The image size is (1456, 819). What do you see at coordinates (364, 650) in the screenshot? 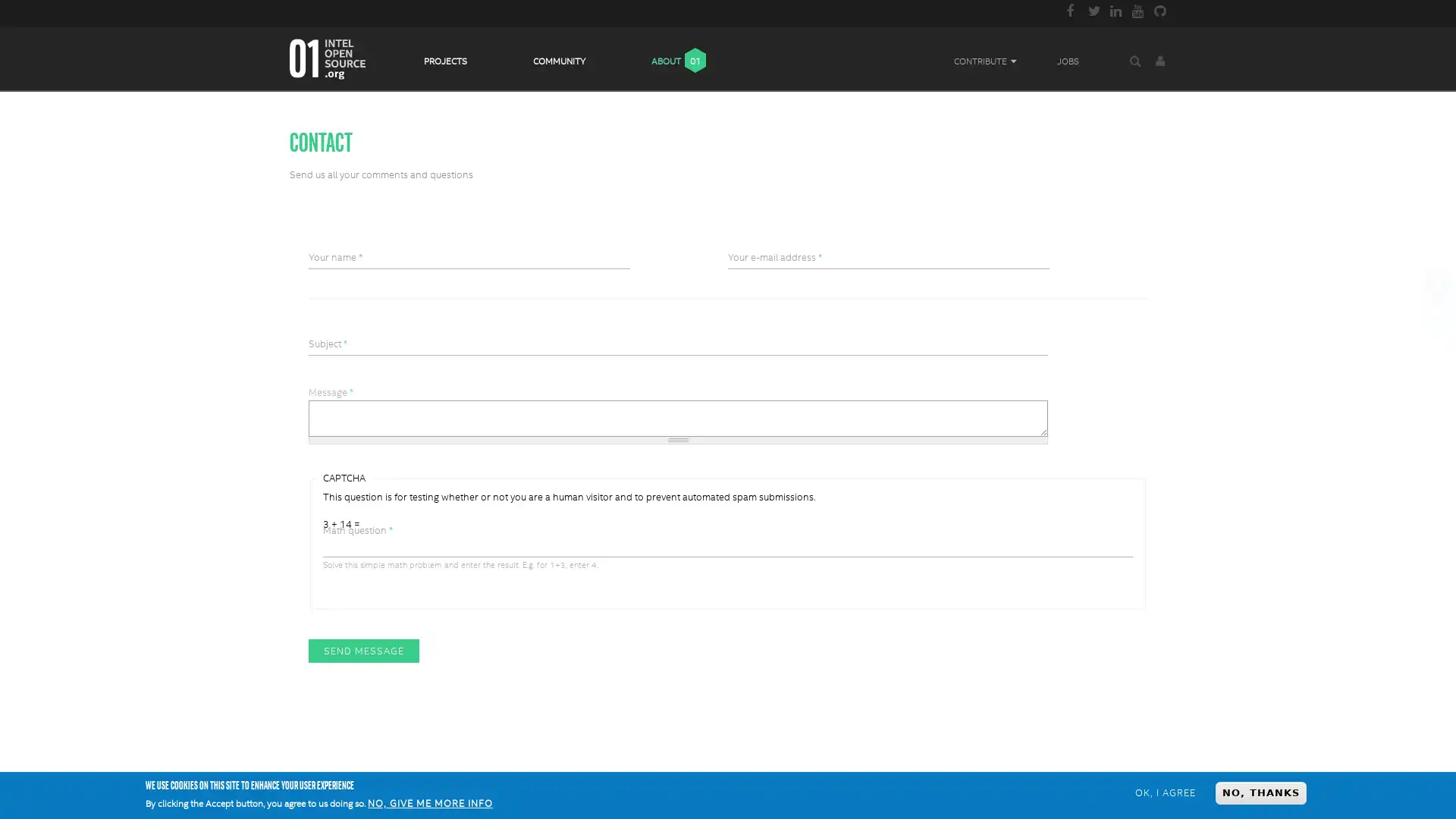
I see `Send message` at bounding box center [364, 650].